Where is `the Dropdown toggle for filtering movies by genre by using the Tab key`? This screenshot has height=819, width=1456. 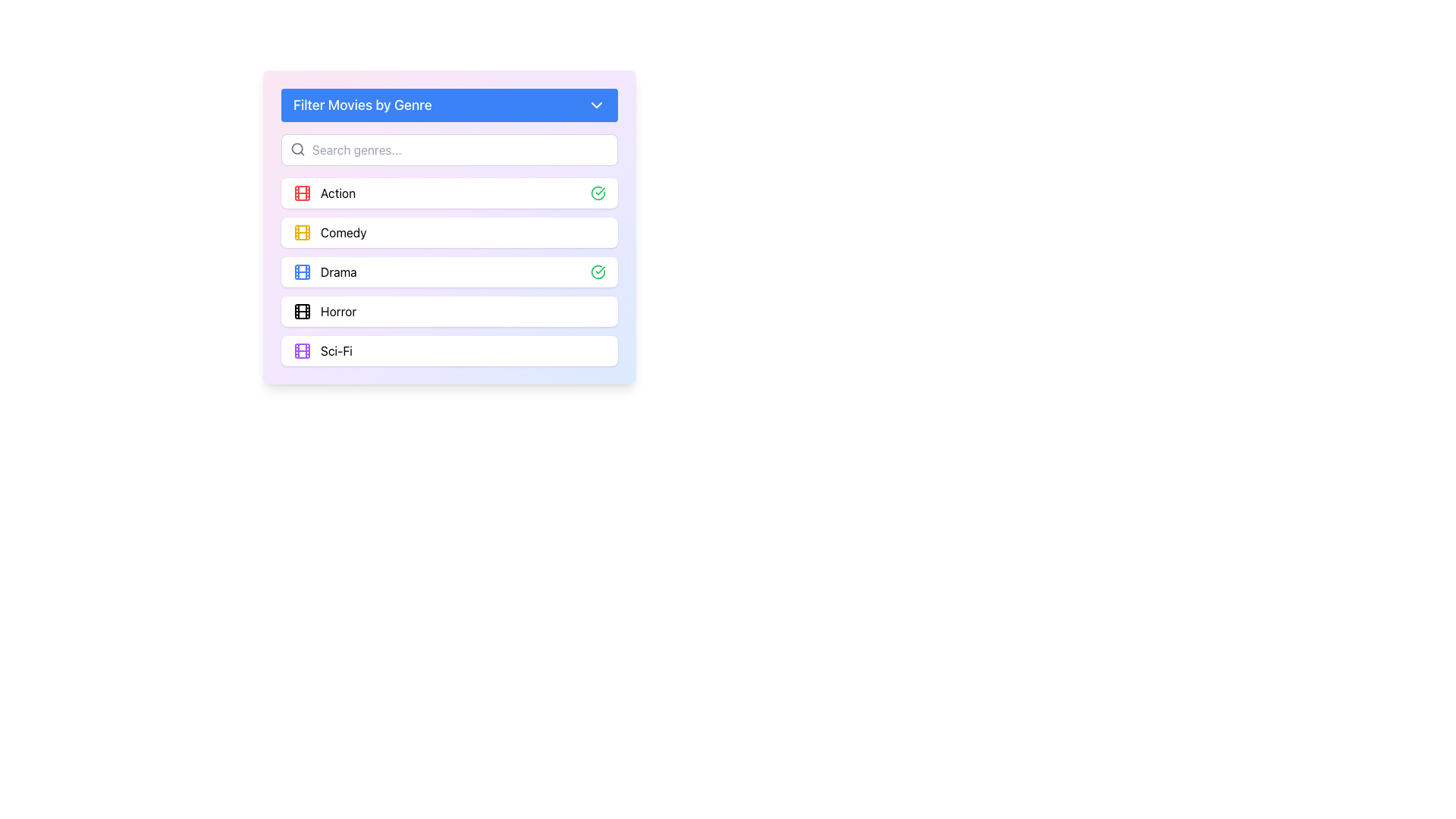 the Dropdown toggle for filtering movies by genre by using the Tab key is located at coordinates (449, 104).